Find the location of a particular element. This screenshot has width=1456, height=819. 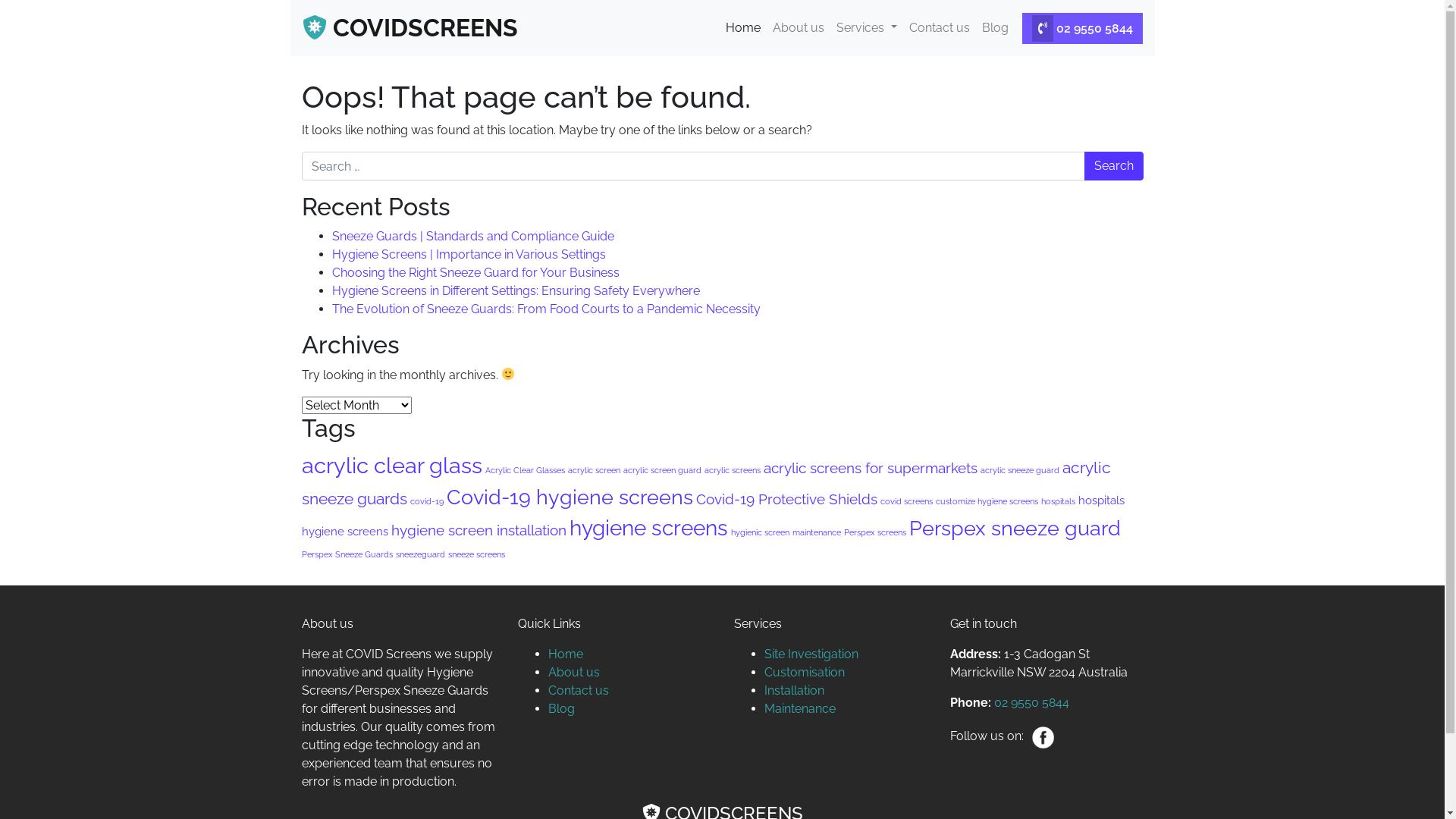

'hygiene screen installation' is located at coordinates (478, 529).